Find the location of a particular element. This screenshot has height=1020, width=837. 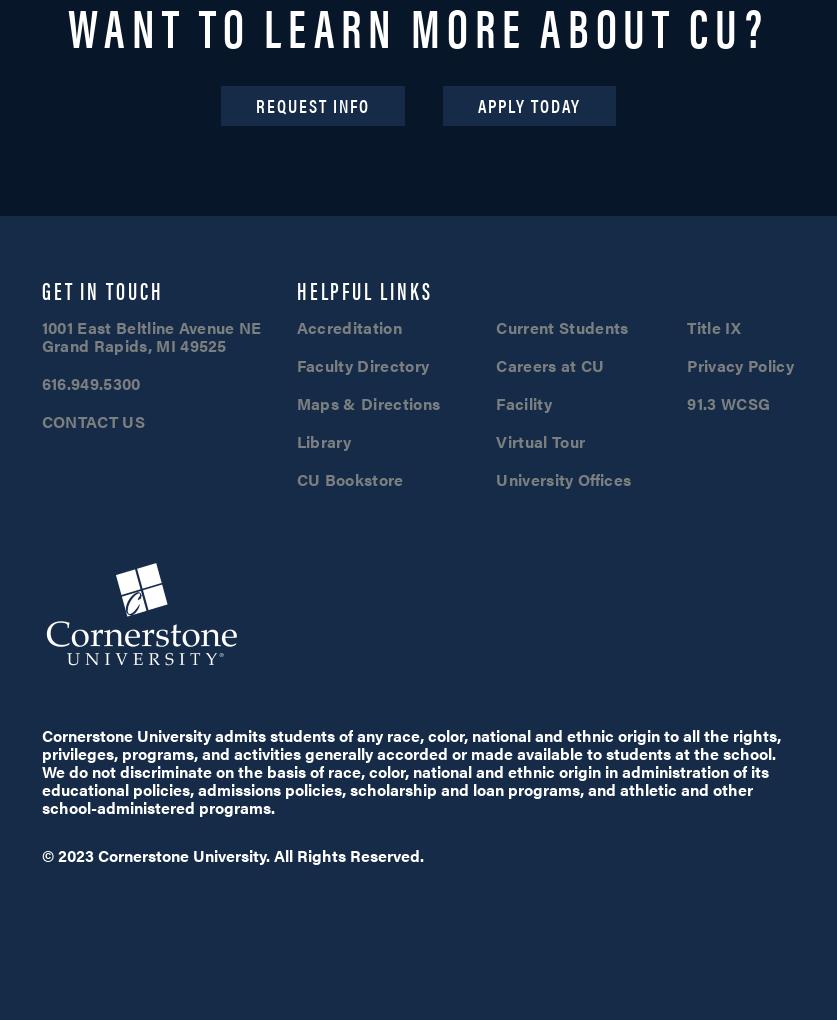

'Helpful Links' is located at coordinates (364, 288).